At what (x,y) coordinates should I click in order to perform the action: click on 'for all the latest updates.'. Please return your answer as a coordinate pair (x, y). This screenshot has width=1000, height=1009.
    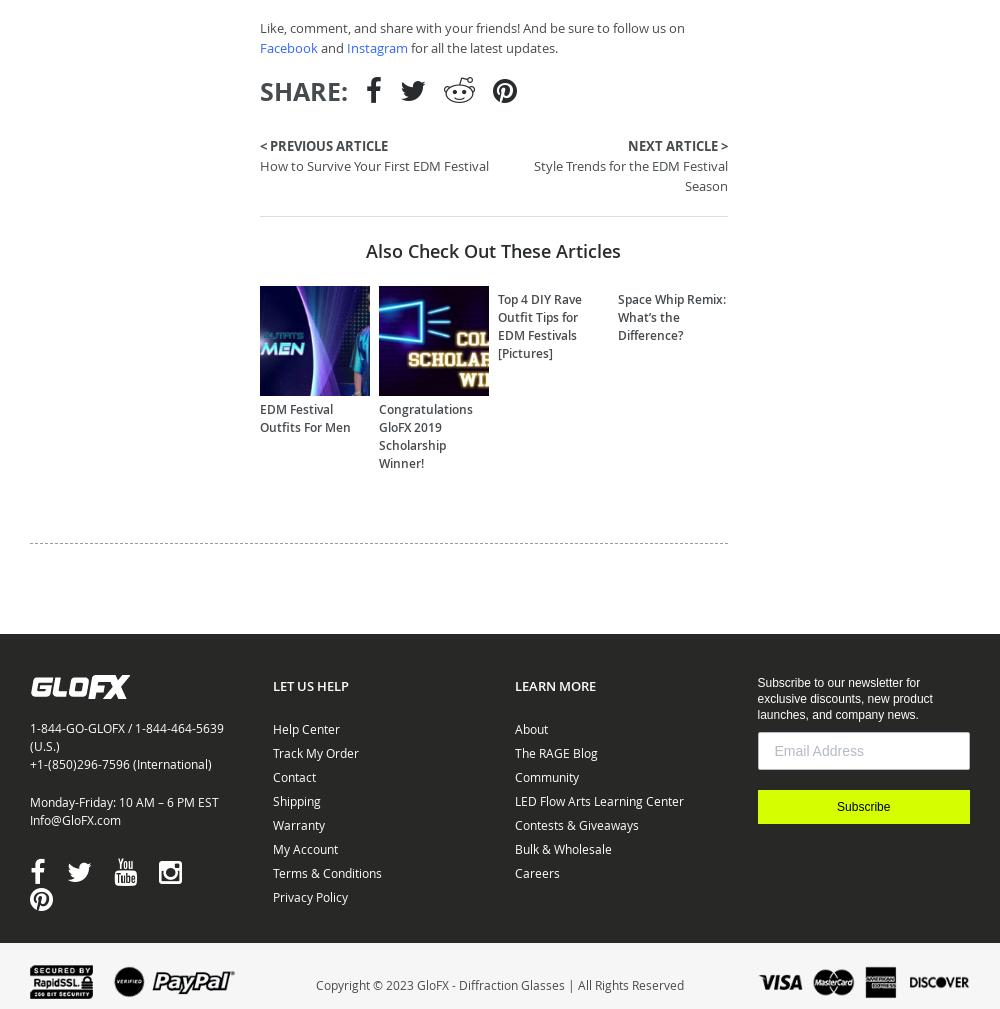
    Looking at the image, I should click on (482, 46).